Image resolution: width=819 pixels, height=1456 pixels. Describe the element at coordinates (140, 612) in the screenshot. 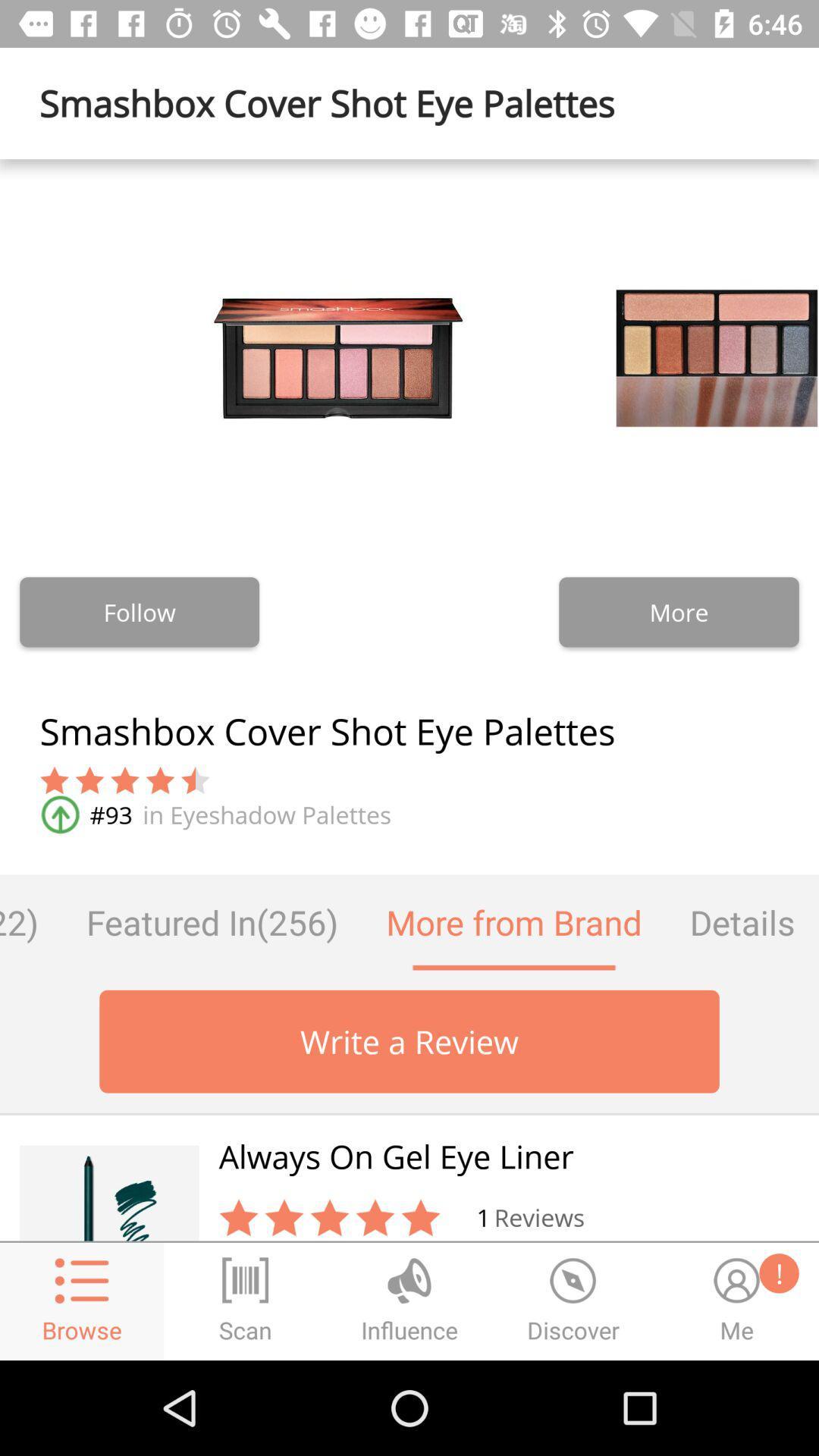

I see `the icon above the smashbox cover shot` at that location.